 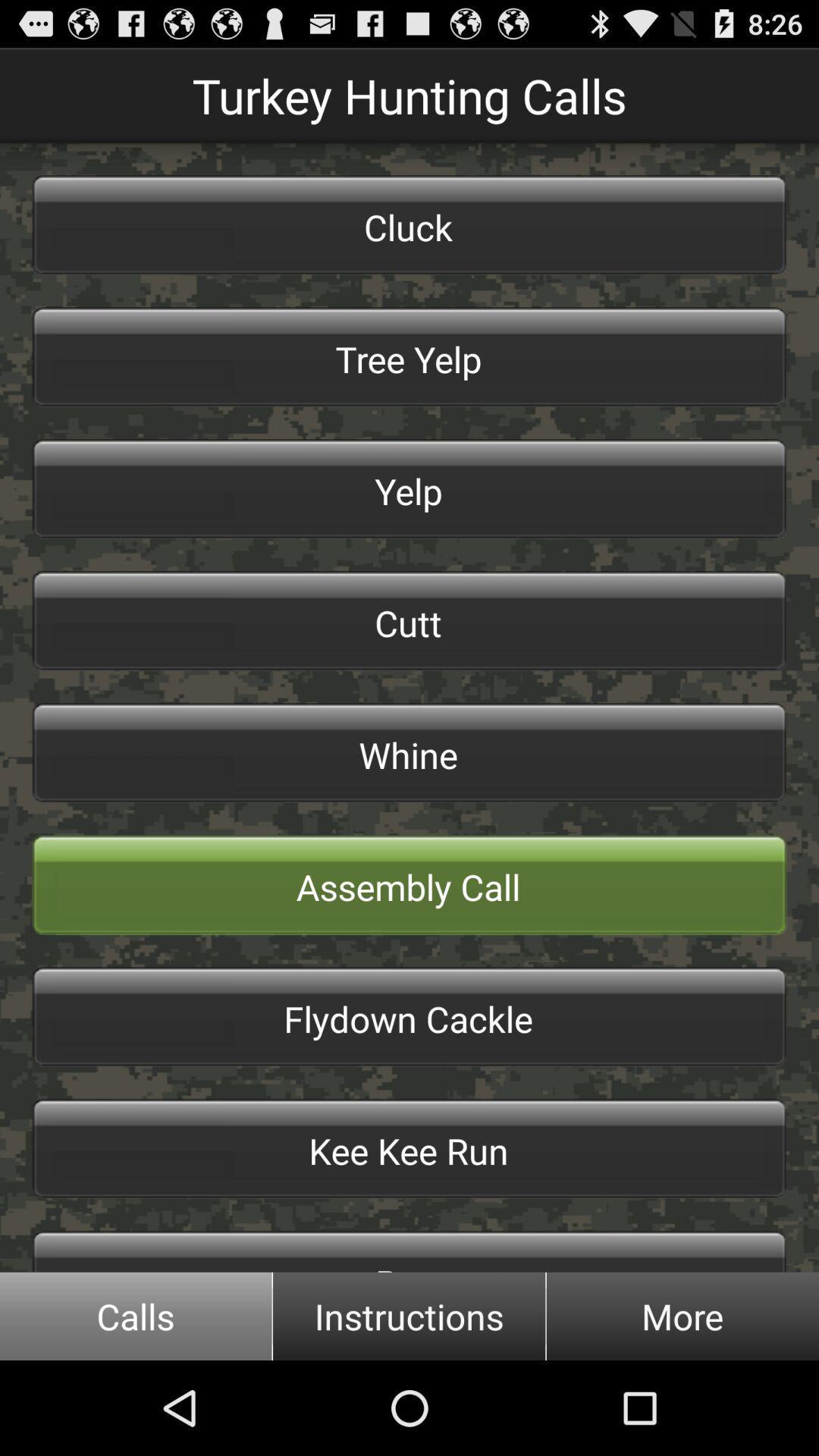 I want to click on the button above the tree yelp button, so click(x=409, y=224).